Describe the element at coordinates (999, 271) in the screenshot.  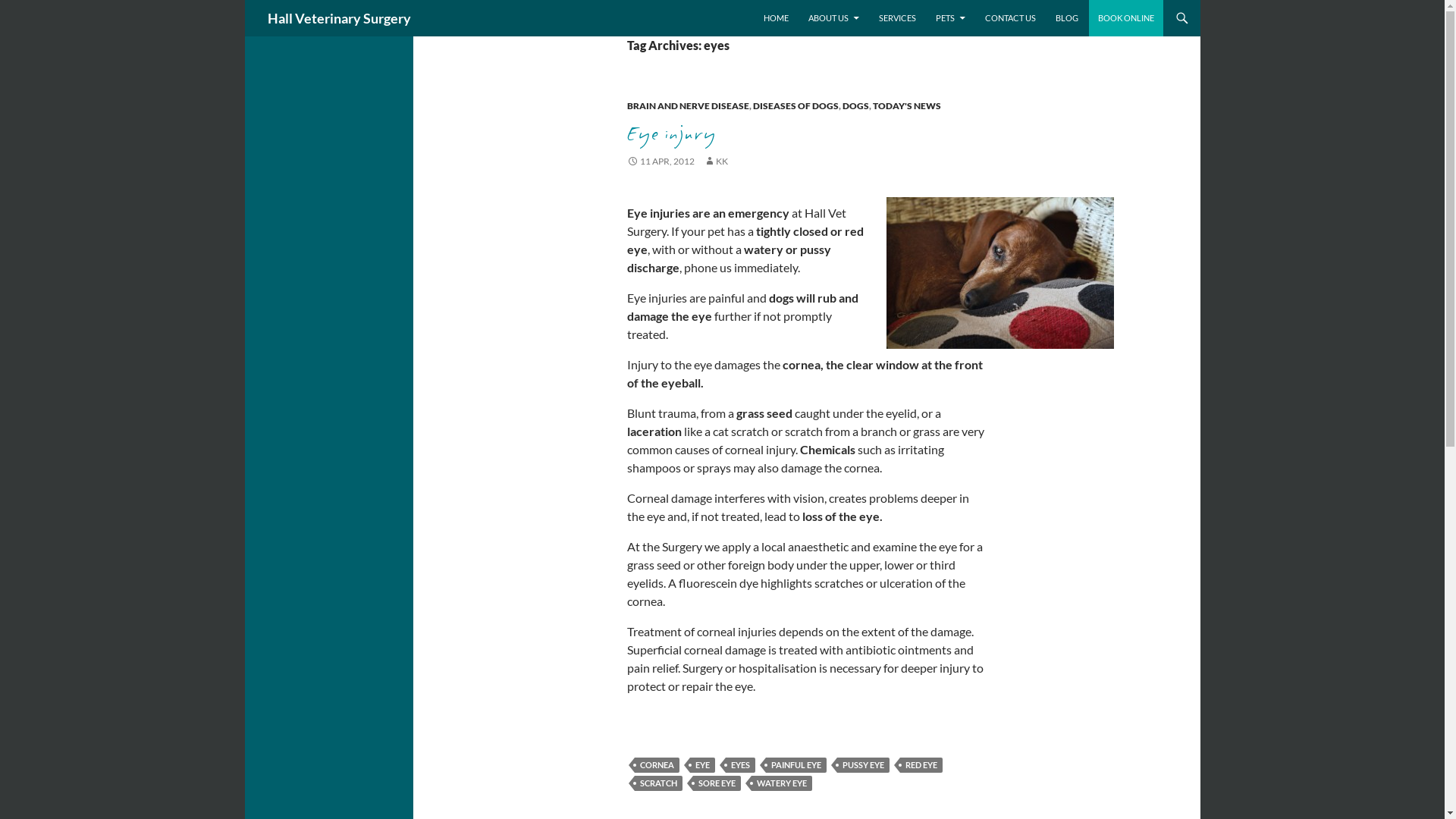
I see `'IMG_8545-1'` at that location.